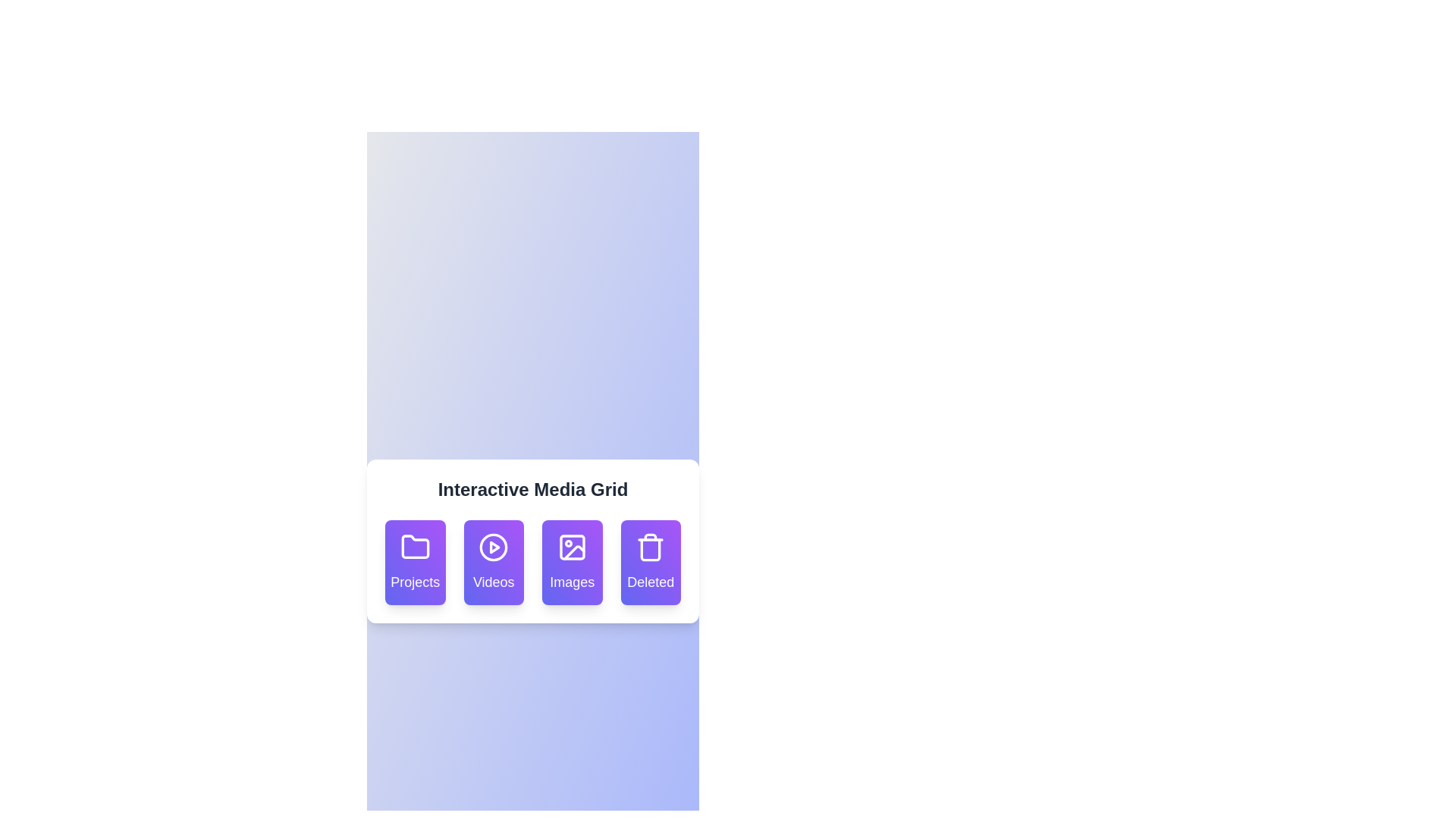  I want to click on the trash icon within the 'Deleted' button, which has a purple background and is located at the bottom-right of a four-button layout, so click(651, 550).